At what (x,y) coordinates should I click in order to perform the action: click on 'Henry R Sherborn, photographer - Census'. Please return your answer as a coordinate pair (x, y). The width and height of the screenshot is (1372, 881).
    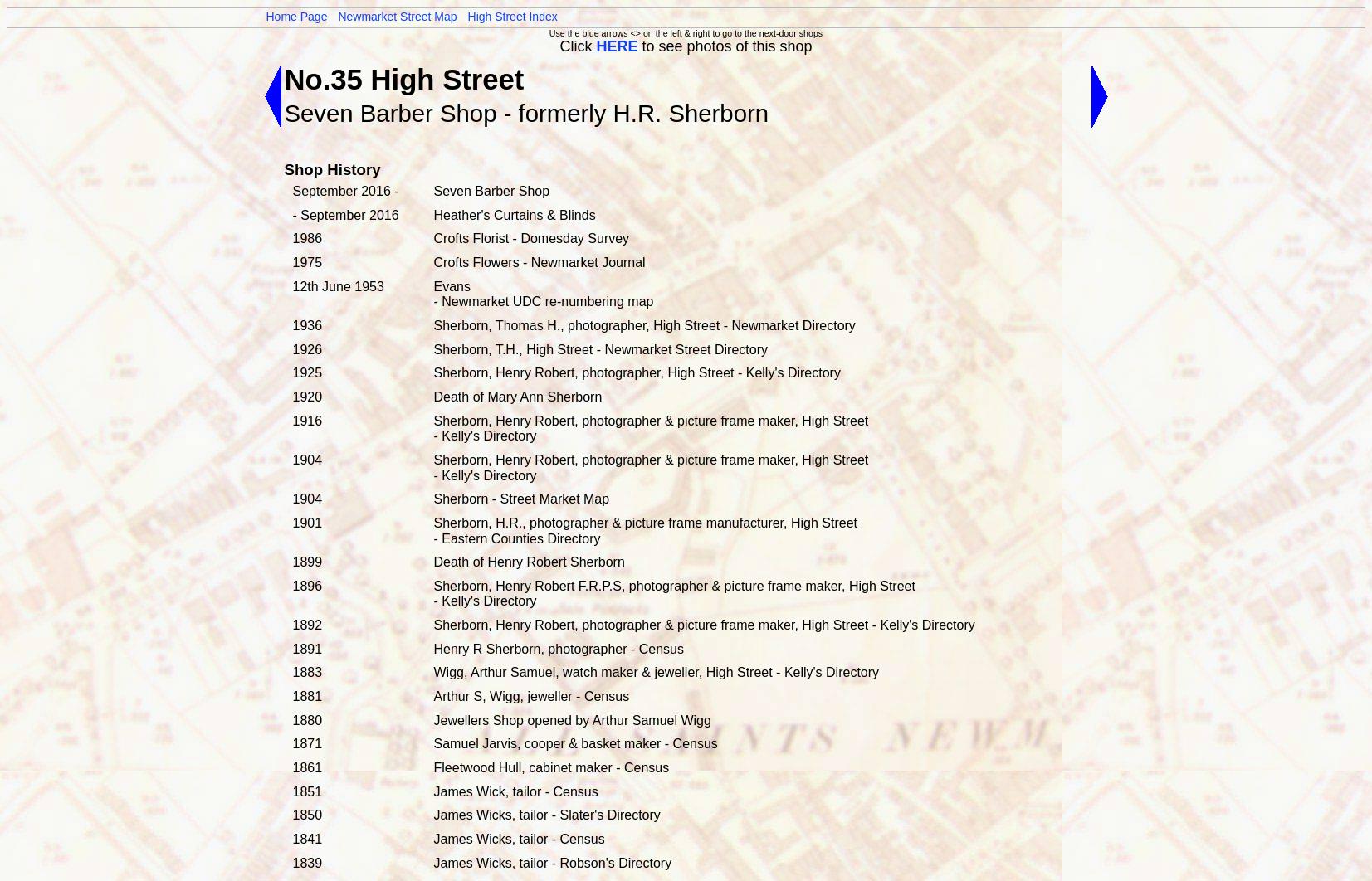
    Looking at the image, I should click on (557, 648).